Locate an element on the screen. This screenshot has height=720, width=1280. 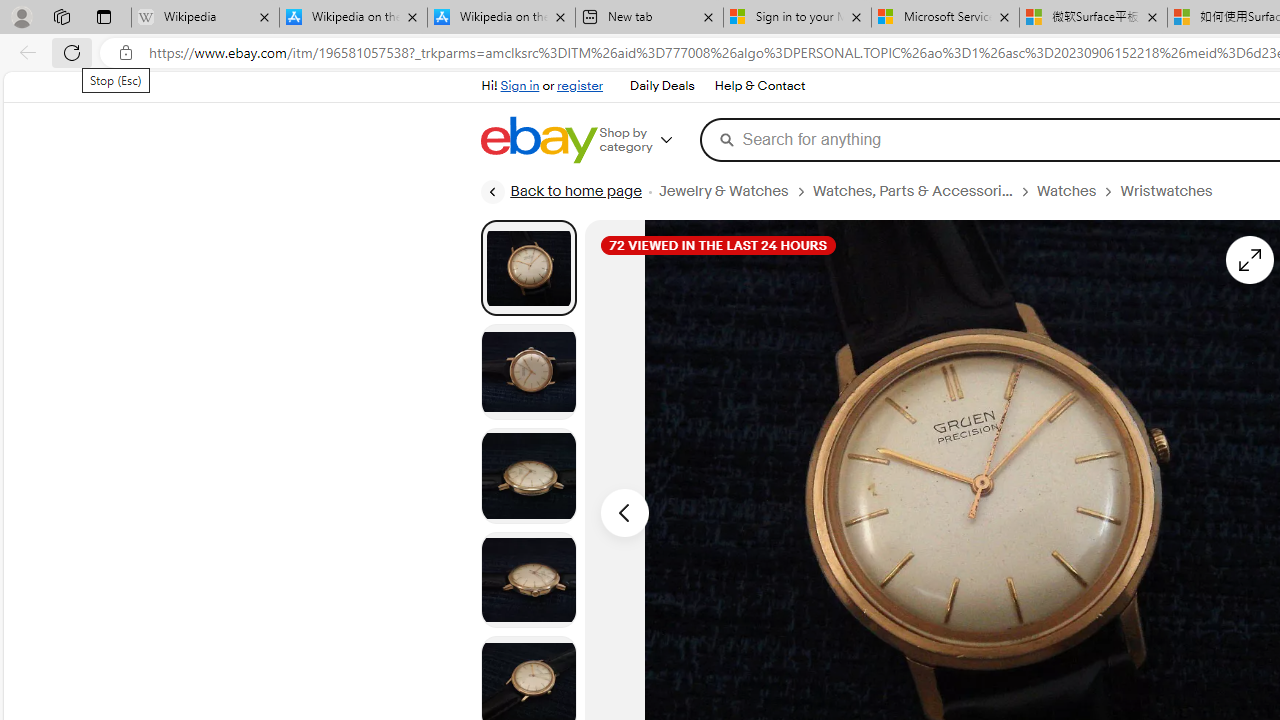
'Jewelry & Watches' is located at coordinates (722, 191).